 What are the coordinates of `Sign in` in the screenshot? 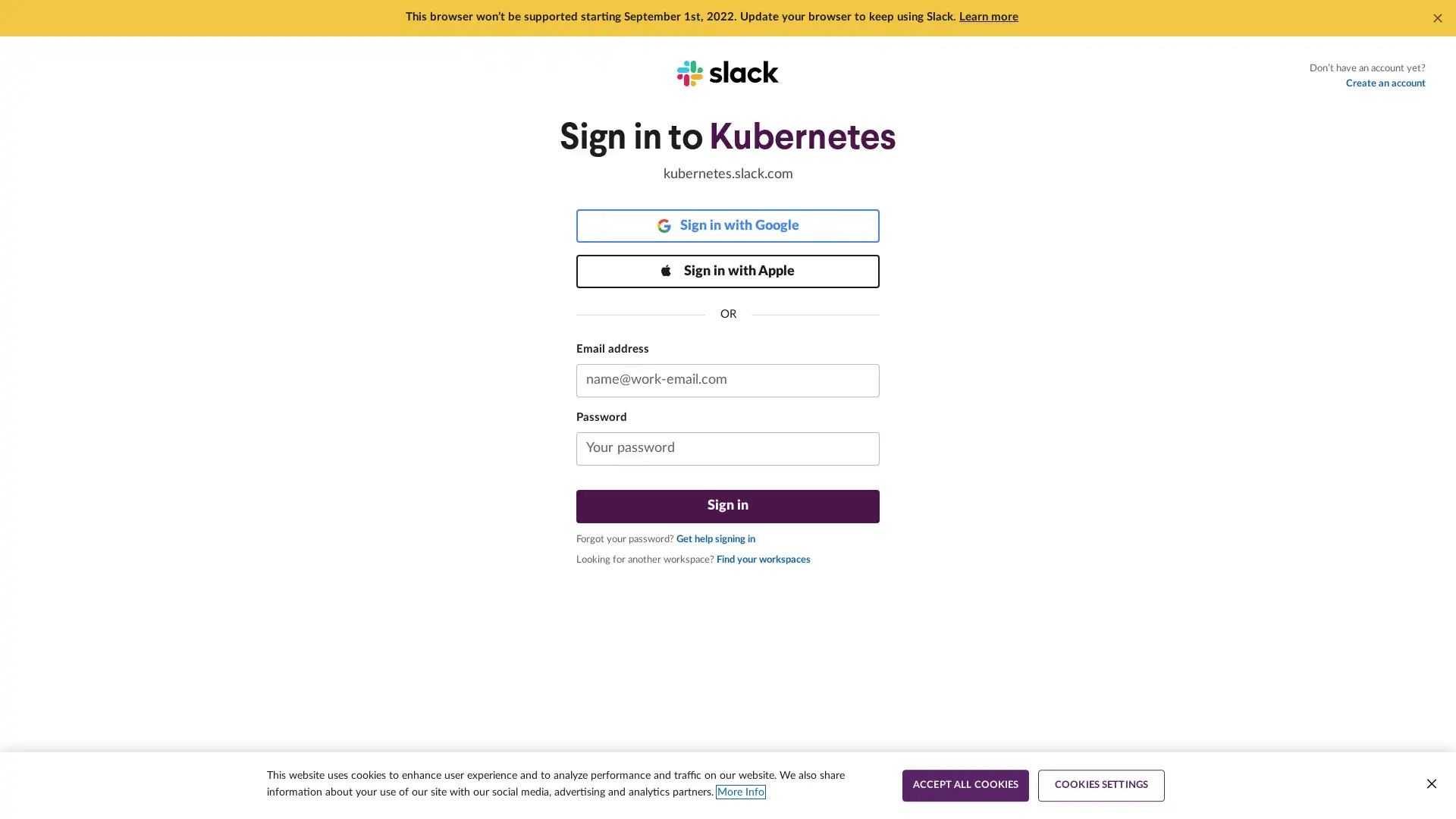 It's located at (728, 506).